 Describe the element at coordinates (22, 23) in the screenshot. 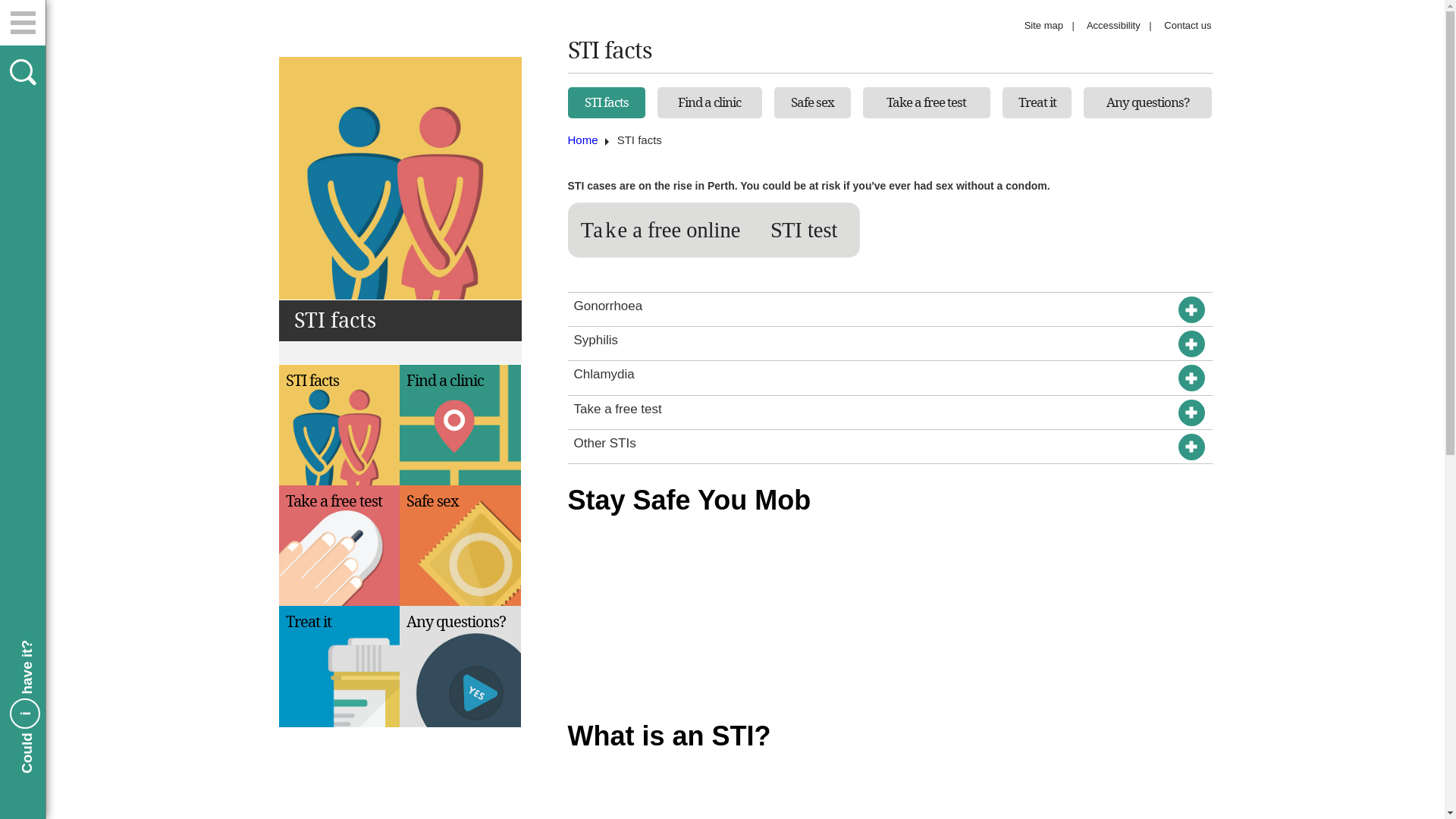

I see `'Menu'` at that location.